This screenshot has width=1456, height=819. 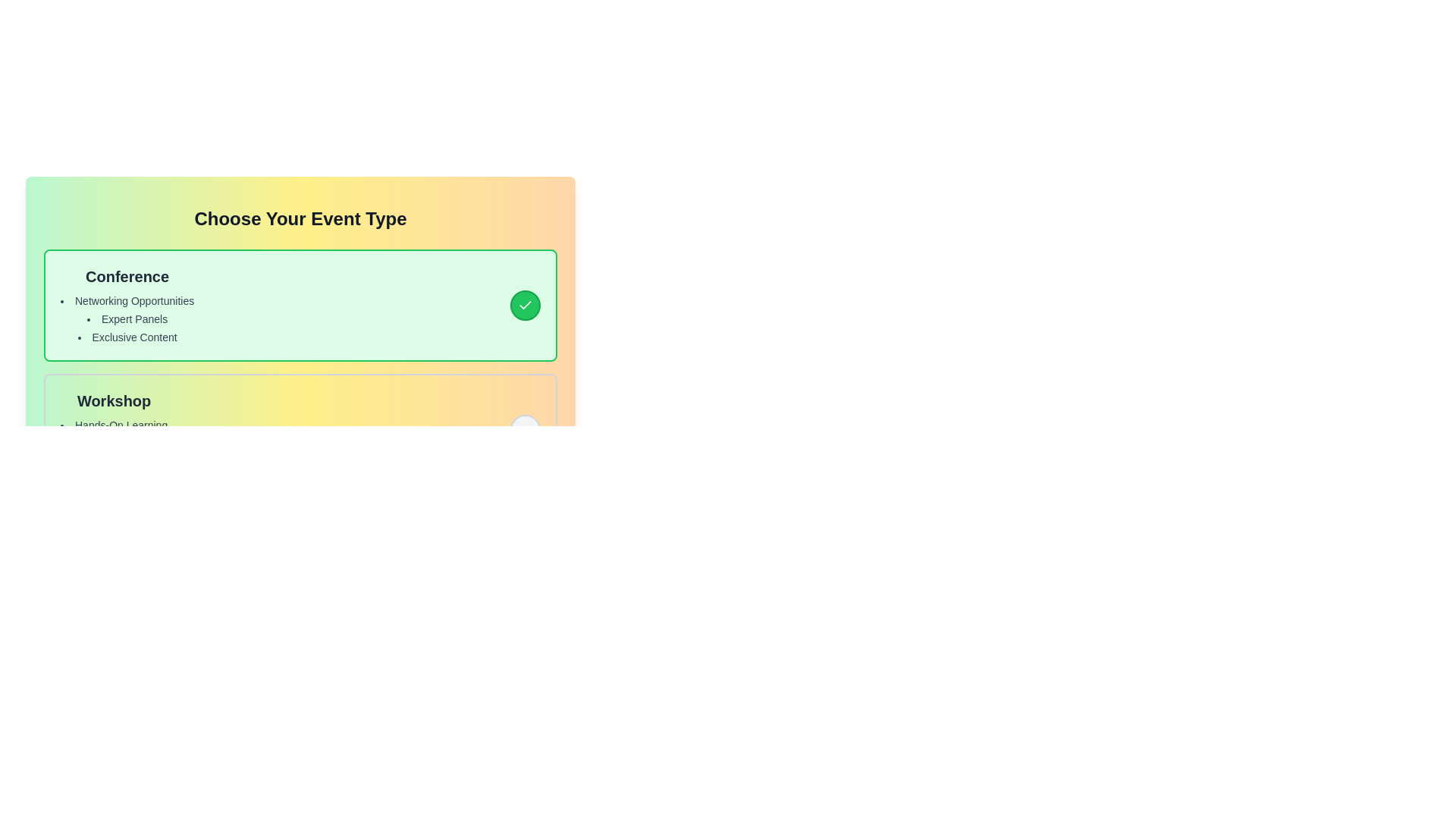 I want to click on the interactive button located to the right-hand side of the 'Workshop' section to initiate an action, so click(x=525, y=430).